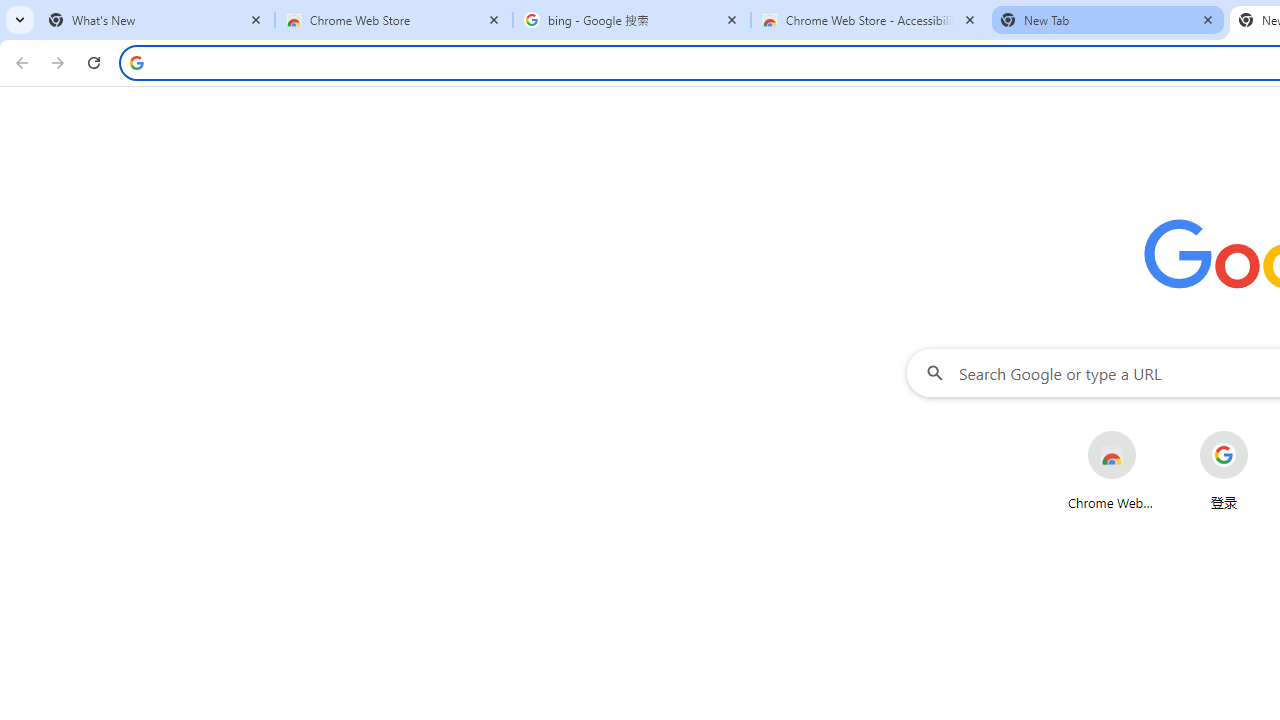 This screenshot has height=720, width=1280. Describe the element at coordinates (870, 20) in the screenshot. I see `'Chrome Web Store - Accessibility'` at that location.